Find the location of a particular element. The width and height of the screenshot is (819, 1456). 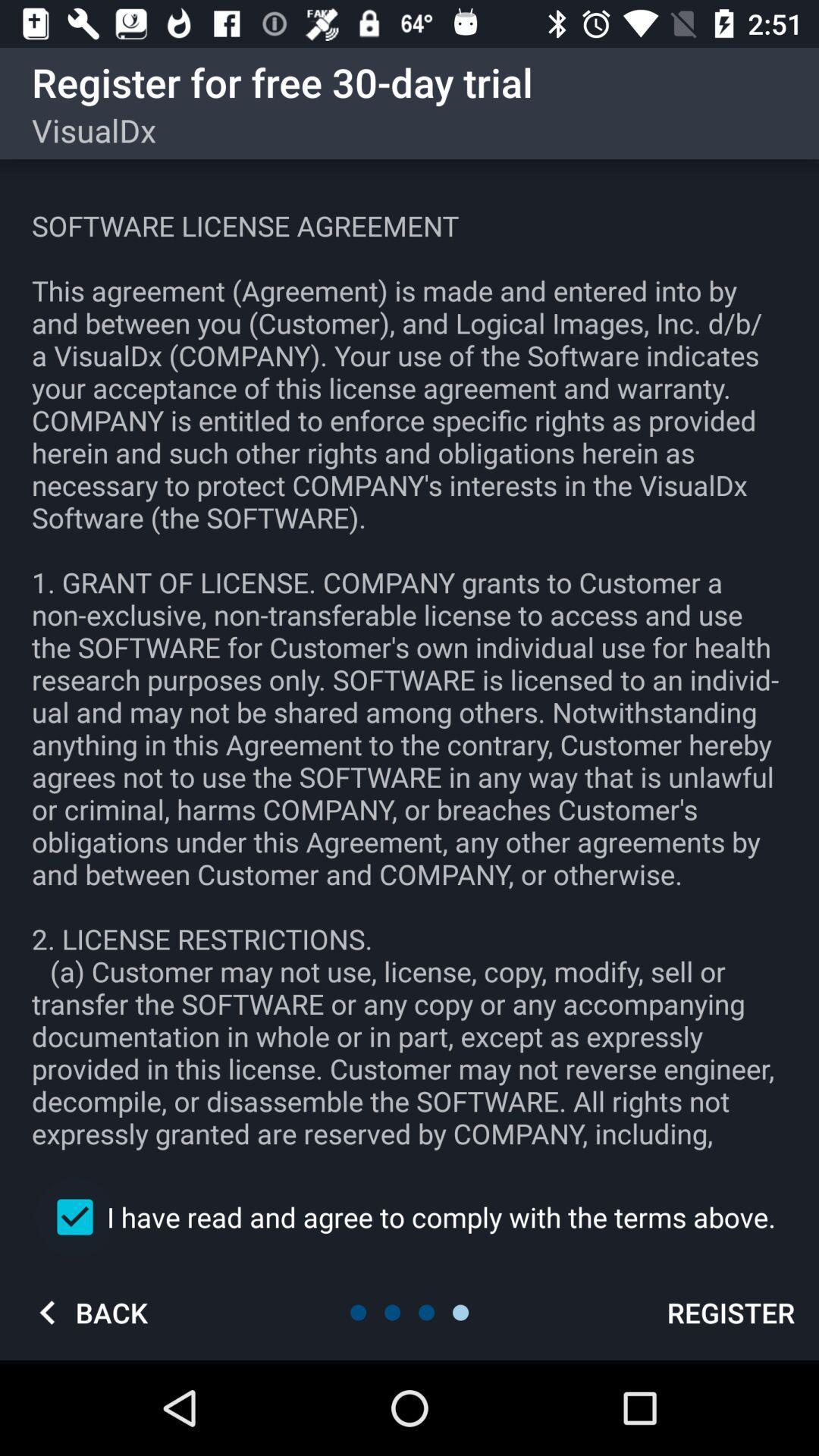

i have read item is located at coordinates (409, 1216).